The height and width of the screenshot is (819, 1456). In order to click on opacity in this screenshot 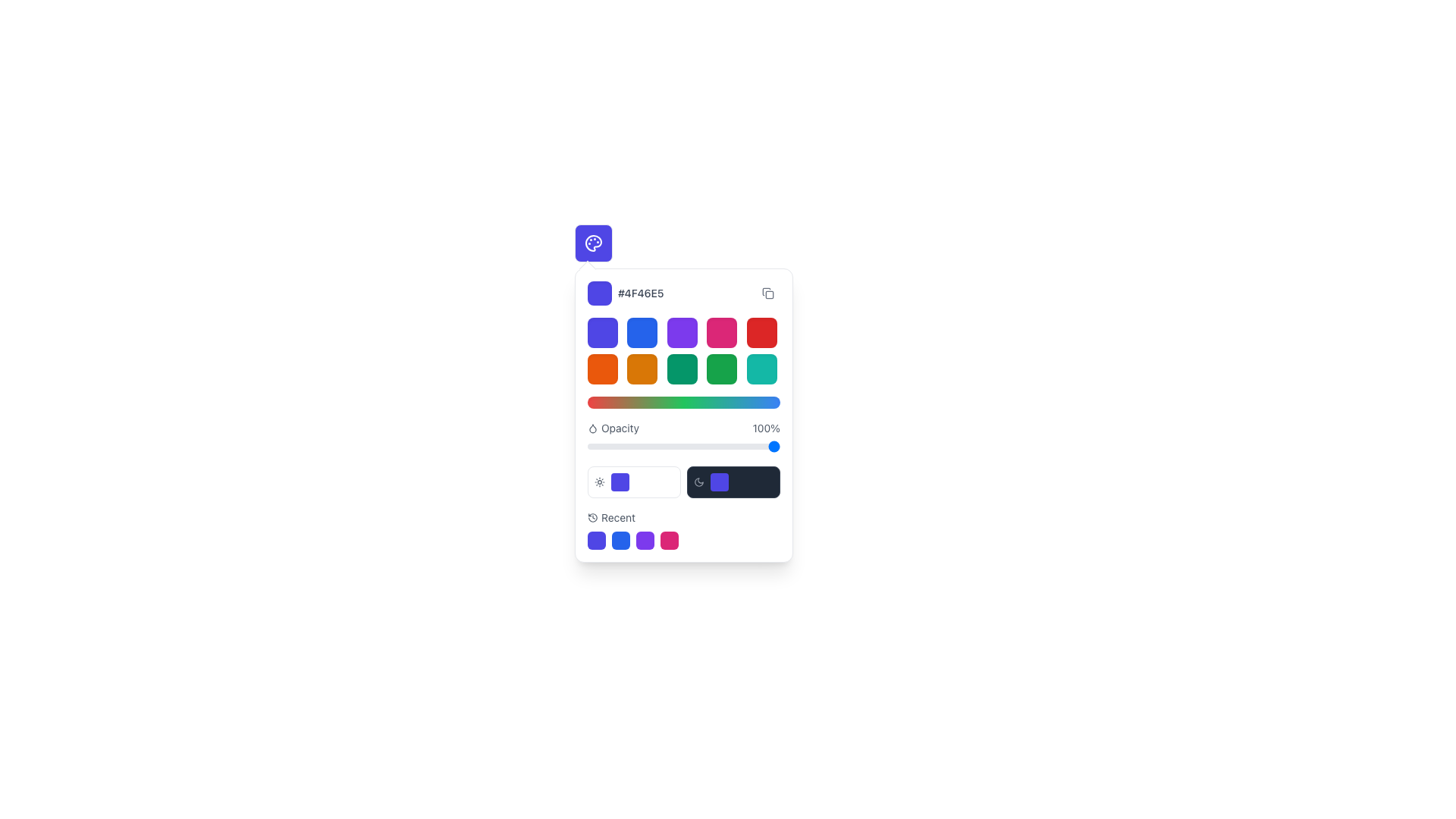, I will do `click(600, 446)`.